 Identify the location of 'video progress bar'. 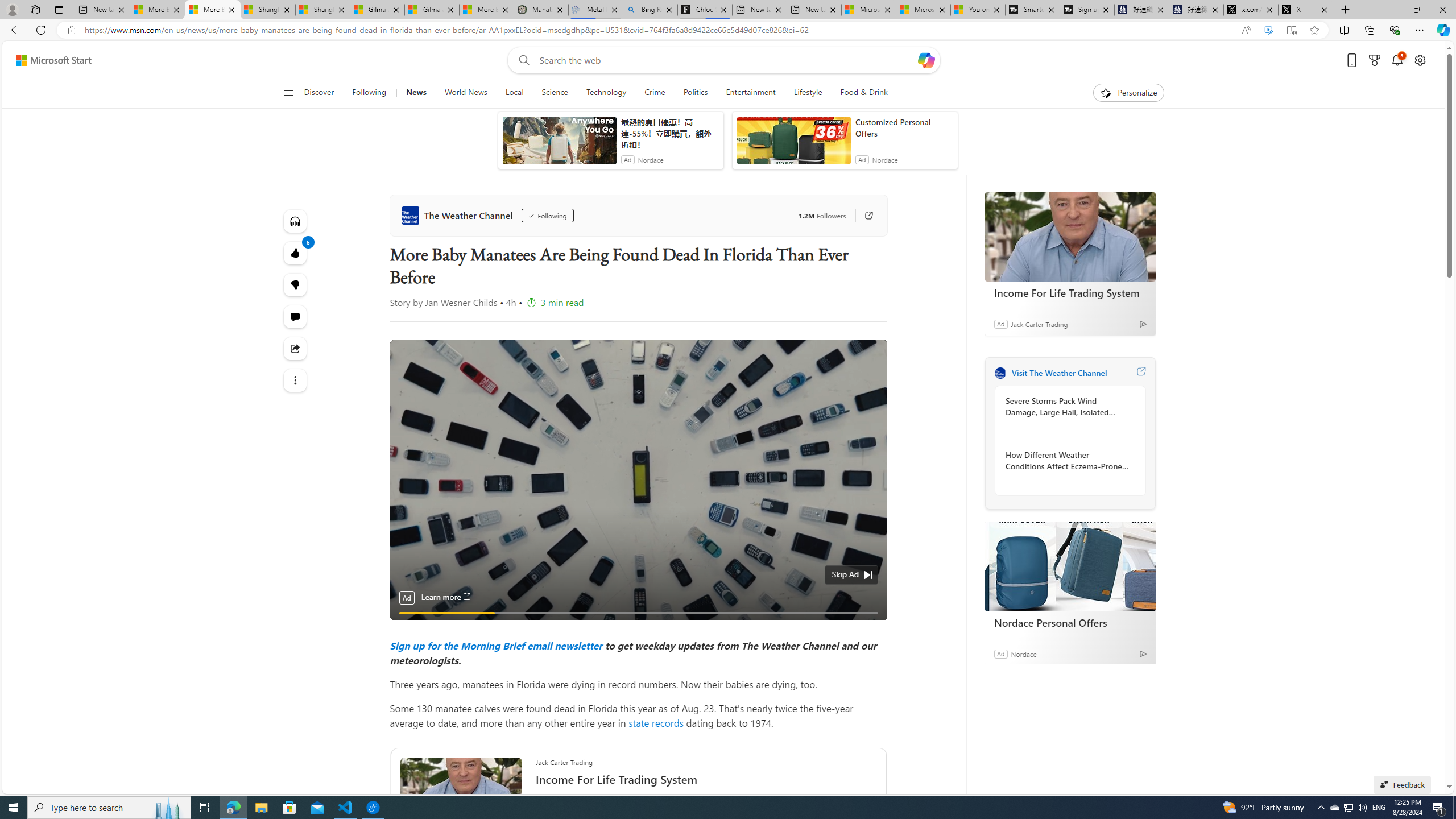
(638, 612).